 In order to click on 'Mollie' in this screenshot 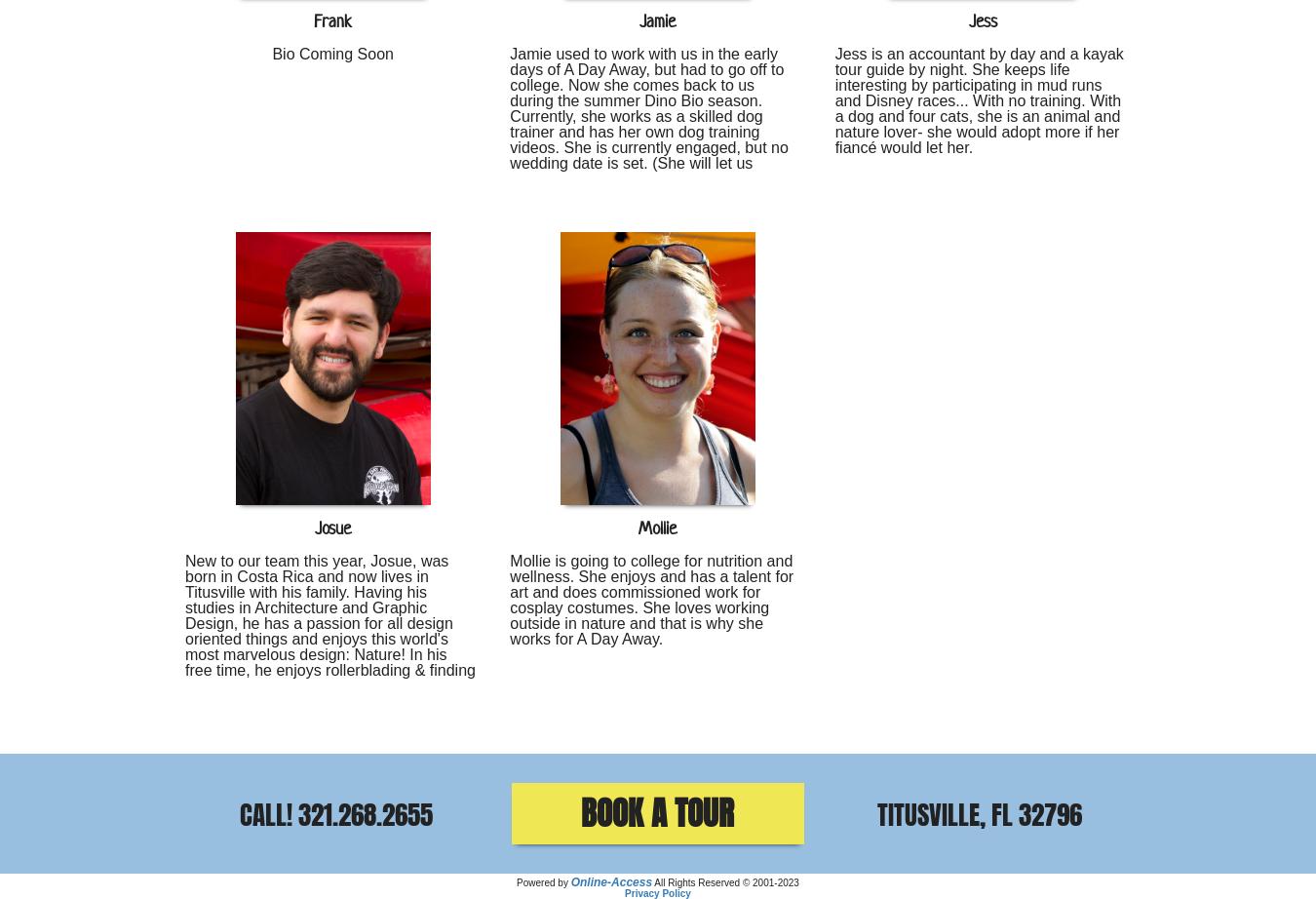, I will do `click(657, 528)`.